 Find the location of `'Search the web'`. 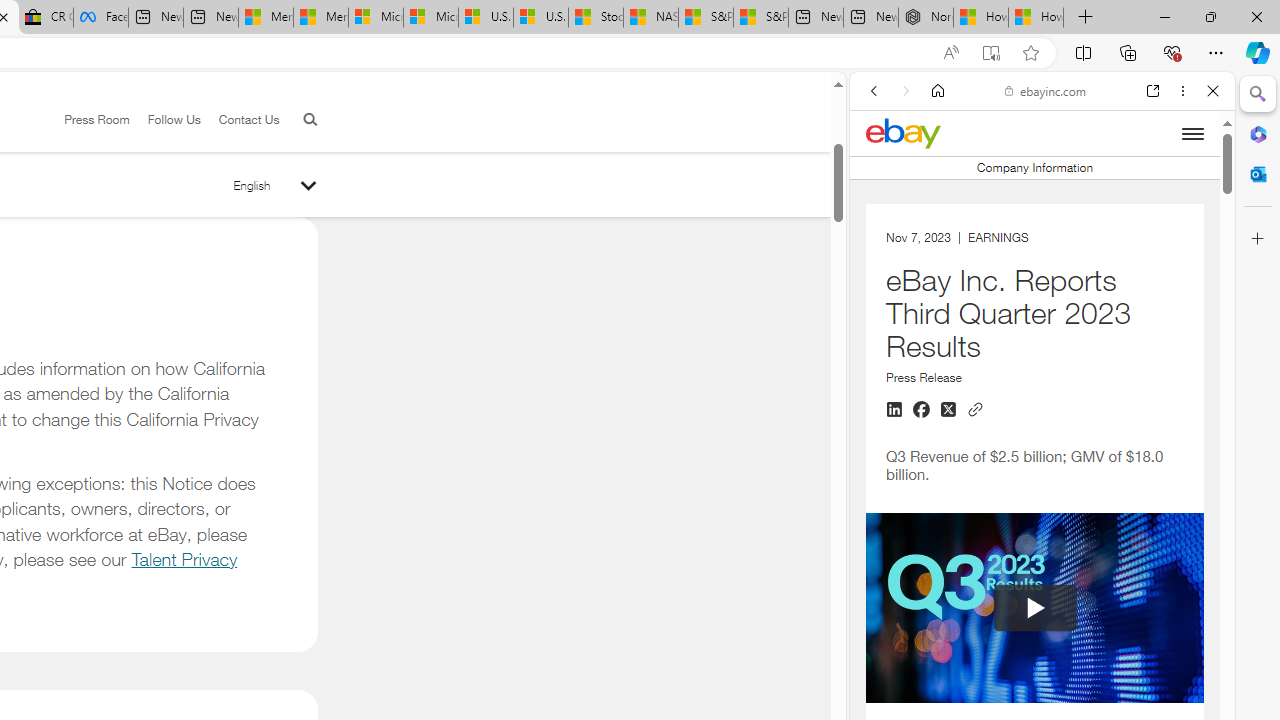

'Search the web' is located at coordinates (1051, 137).